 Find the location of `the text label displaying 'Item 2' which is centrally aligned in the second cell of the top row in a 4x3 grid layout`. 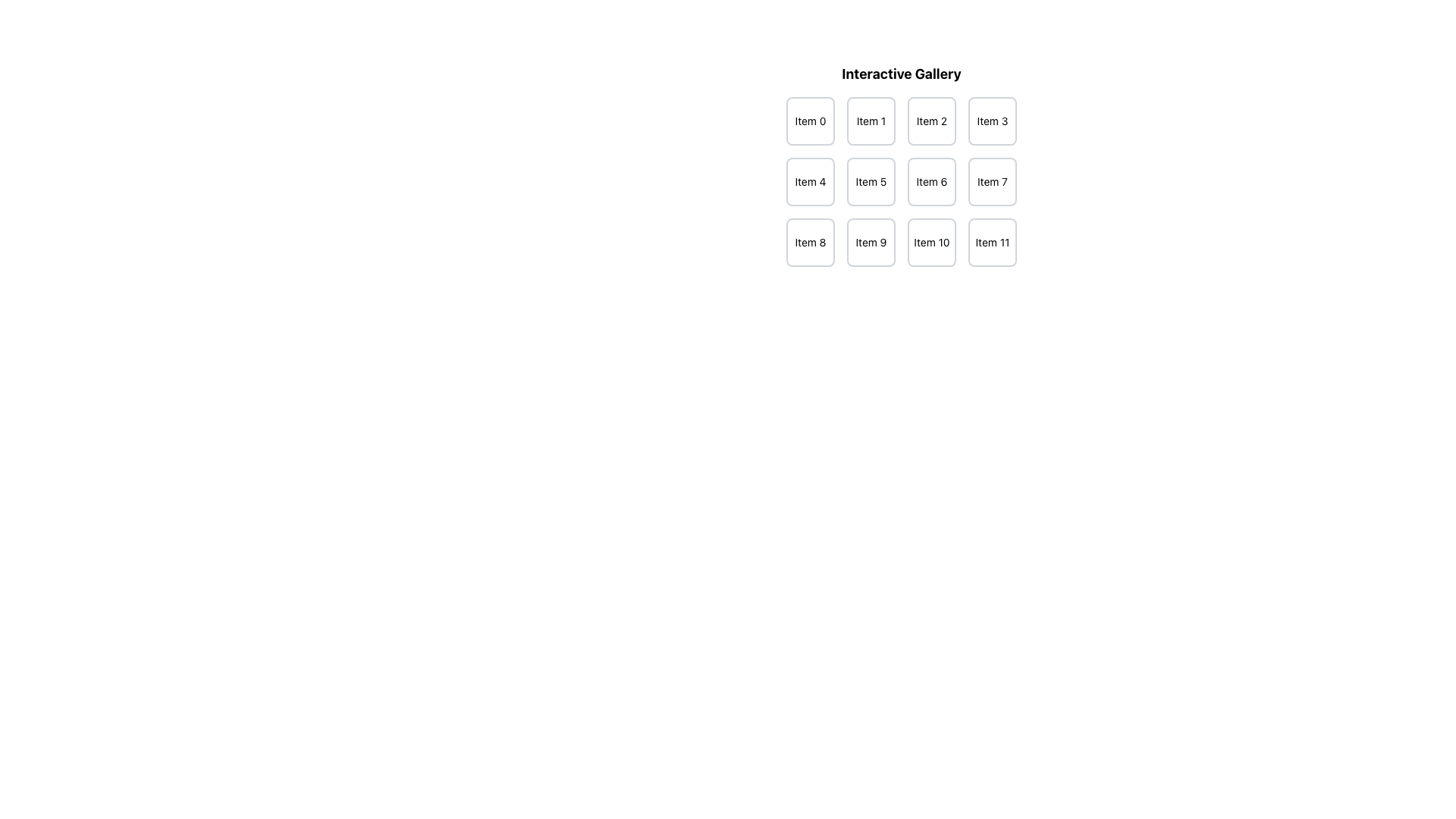

the text label displaying 'Item 2' which is centrally aligned in the second cell of the top row in a 4x3 grid layout is located at coordinates (930, 120).